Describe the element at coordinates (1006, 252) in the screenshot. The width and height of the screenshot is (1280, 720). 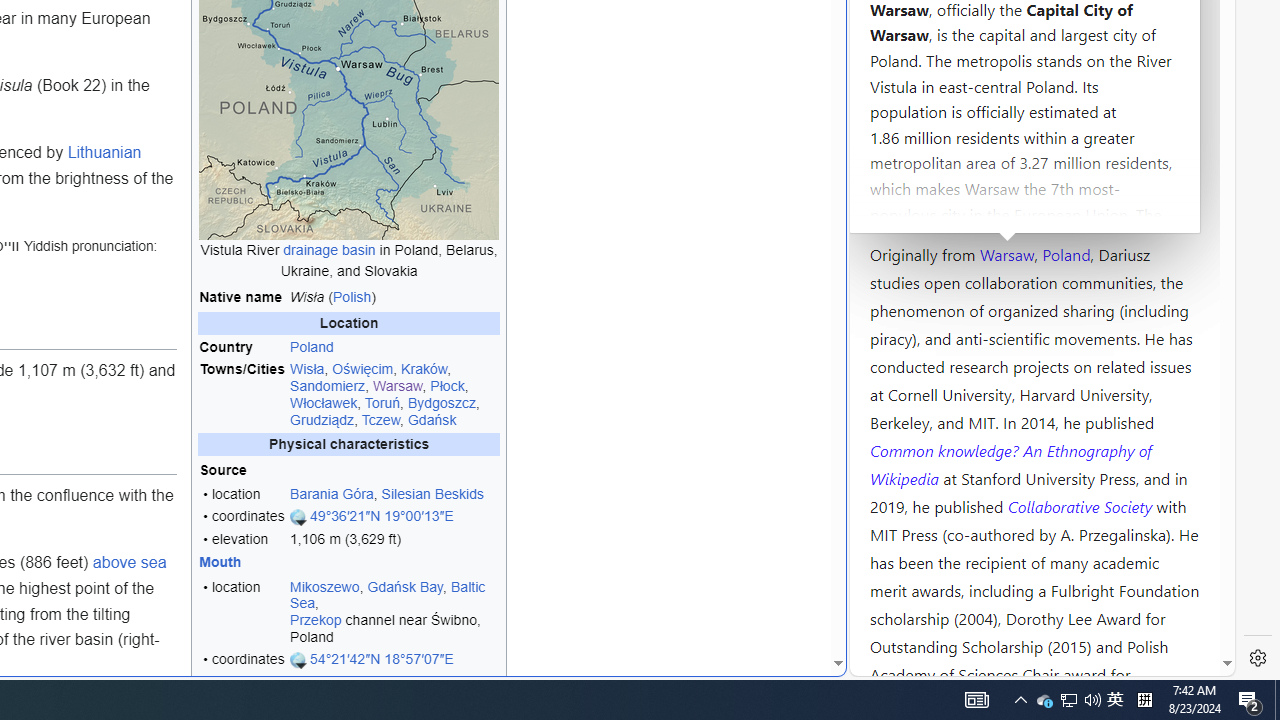
I see `'Warsaw'` at that location.